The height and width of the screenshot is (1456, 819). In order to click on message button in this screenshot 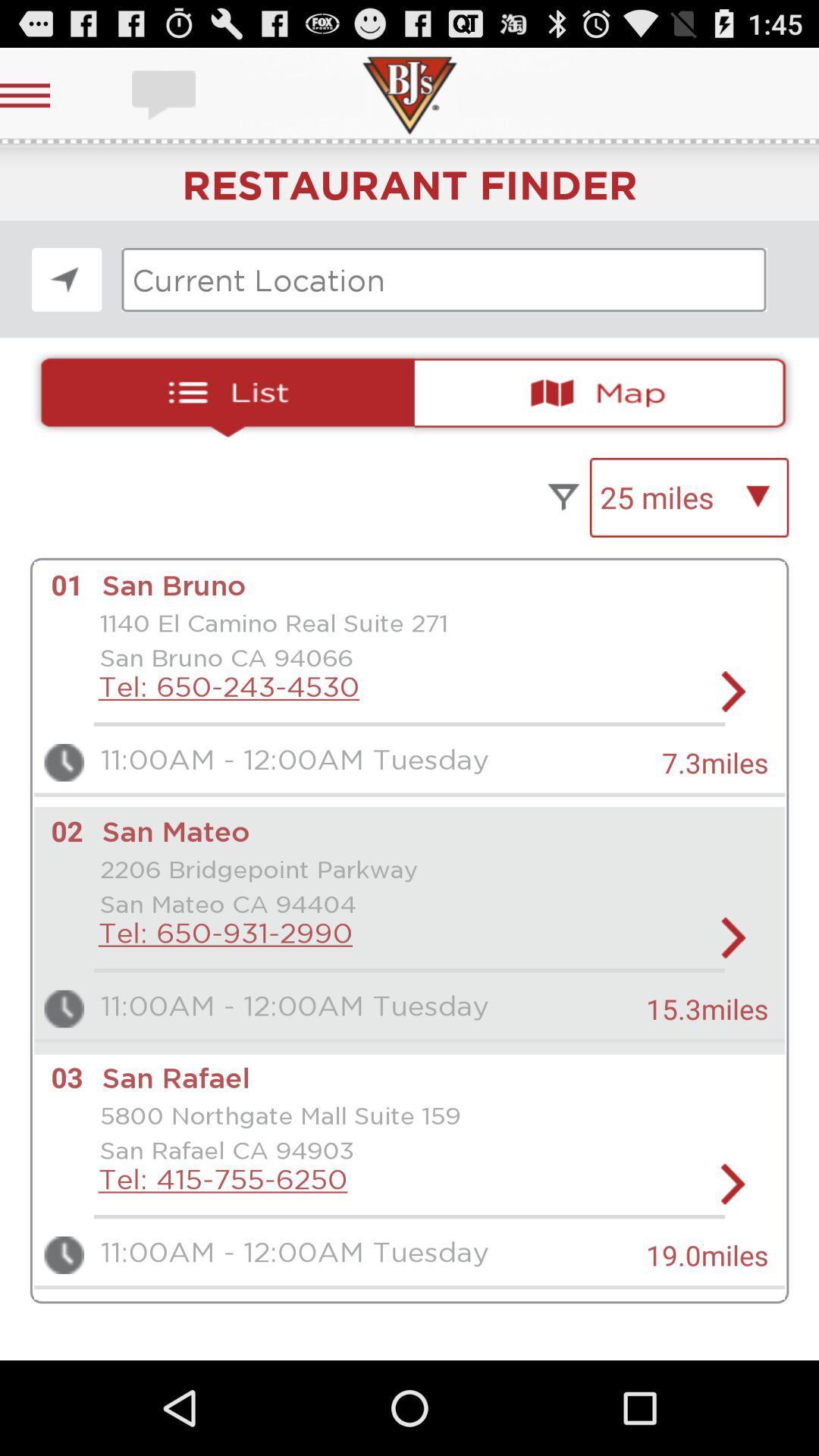, I will do `click(165, 94)`.